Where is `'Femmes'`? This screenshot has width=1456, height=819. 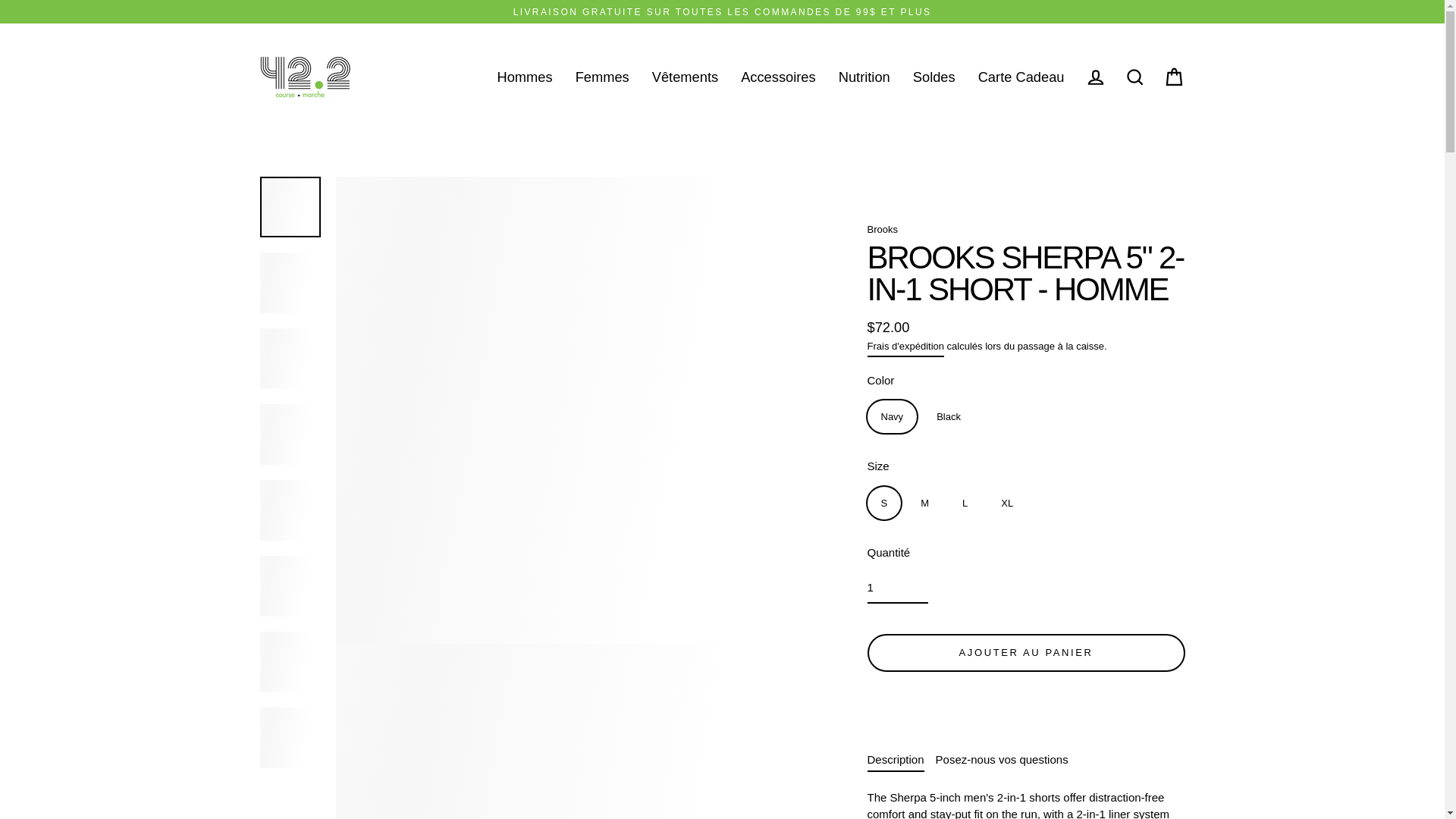
'Femmes' is located at coordinates (601, 77).